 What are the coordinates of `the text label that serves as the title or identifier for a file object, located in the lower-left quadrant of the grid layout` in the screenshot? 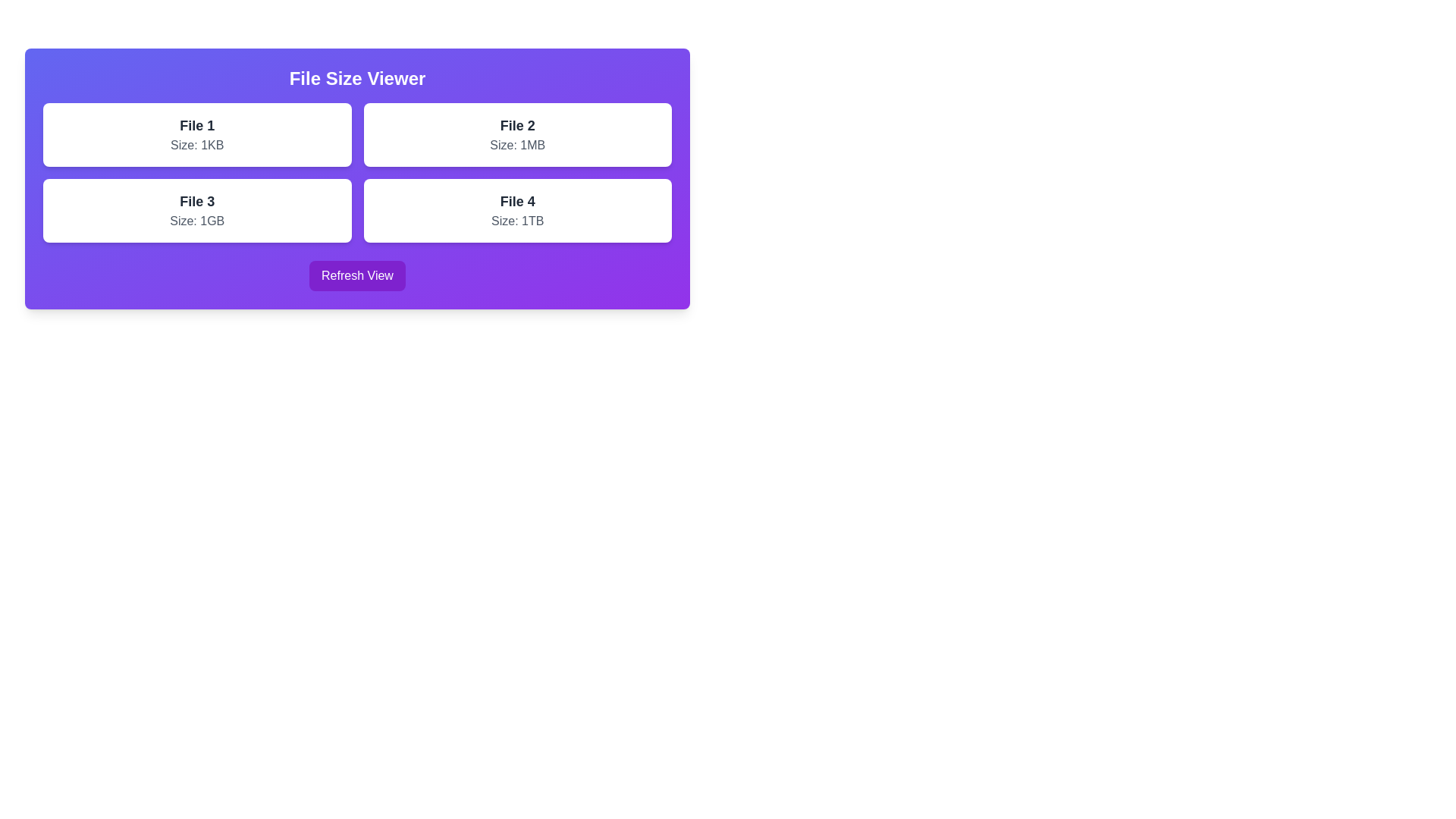 It's located at (196, 201).